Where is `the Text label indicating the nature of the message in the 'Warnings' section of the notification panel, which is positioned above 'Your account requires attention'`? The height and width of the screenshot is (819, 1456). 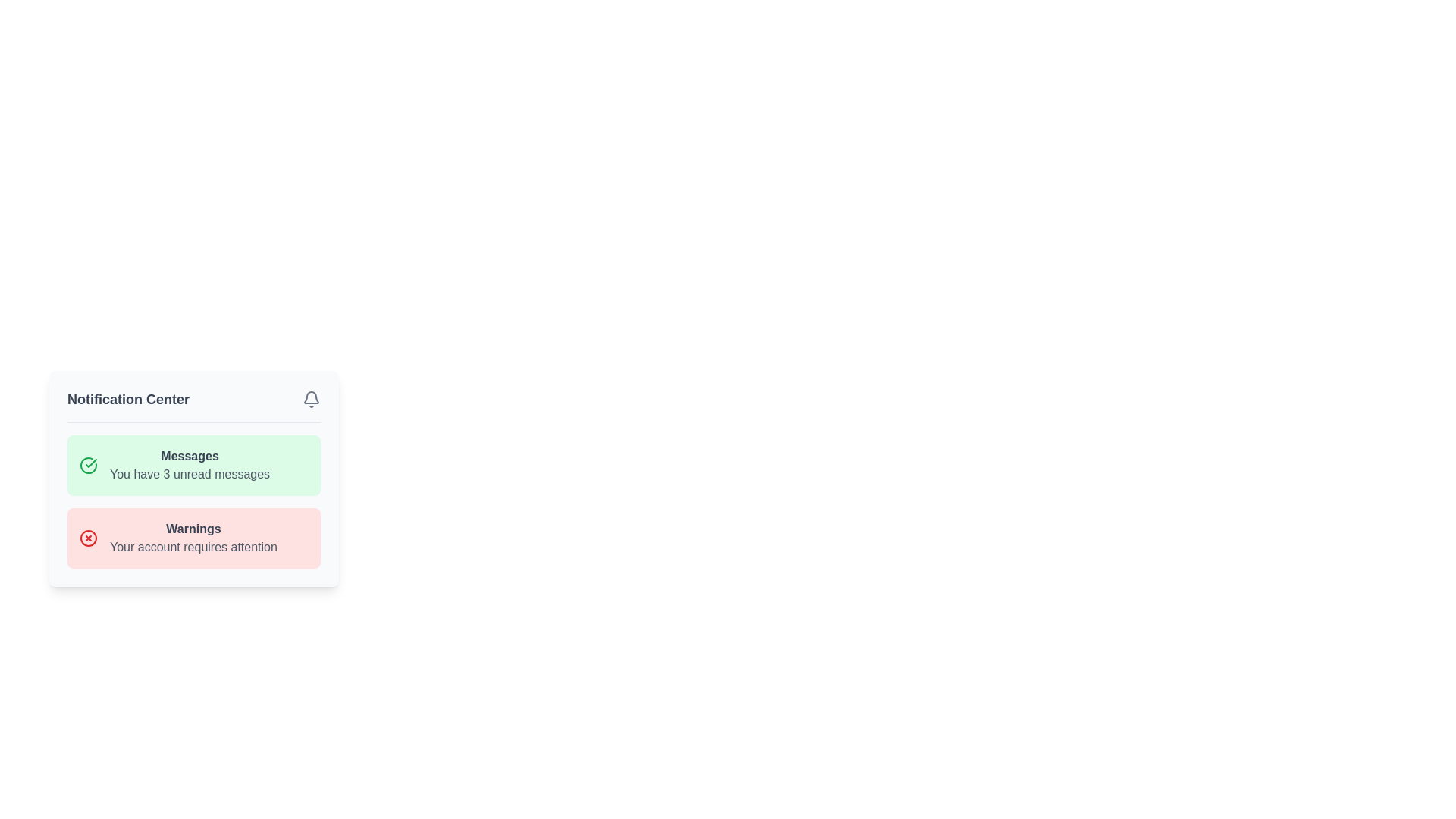
the Text label indicating the nature of the message in the 'Warnings' section of the notification panel, which is positioned above 'Your account requires attention' is located at coordinates (193, 529).